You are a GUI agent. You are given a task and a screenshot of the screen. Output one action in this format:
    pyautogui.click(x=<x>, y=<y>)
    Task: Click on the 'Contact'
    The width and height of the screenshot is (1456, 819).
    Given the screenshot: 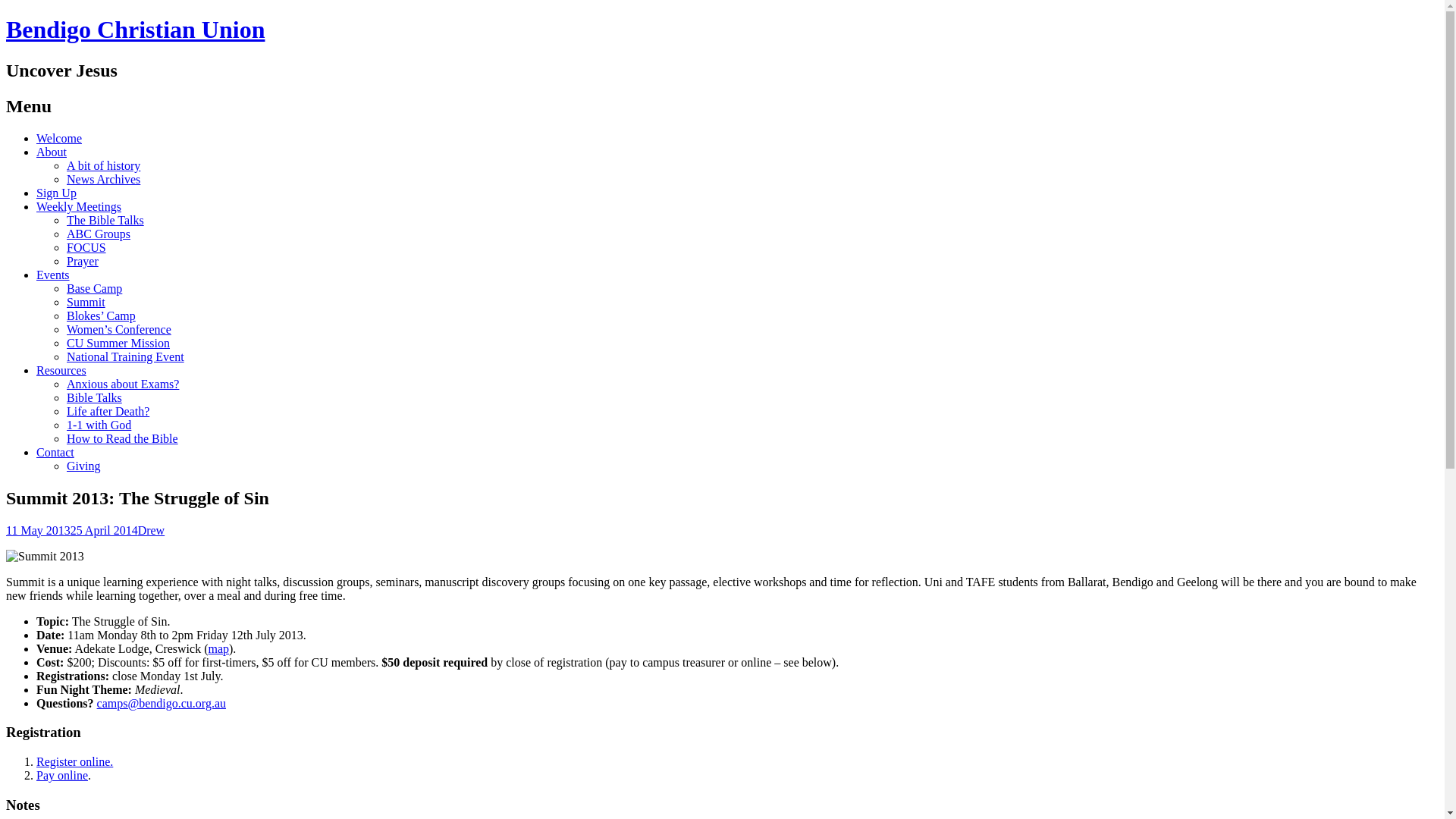 What is the action you would take?
    pyautogui.click(x=55, y=451)
    